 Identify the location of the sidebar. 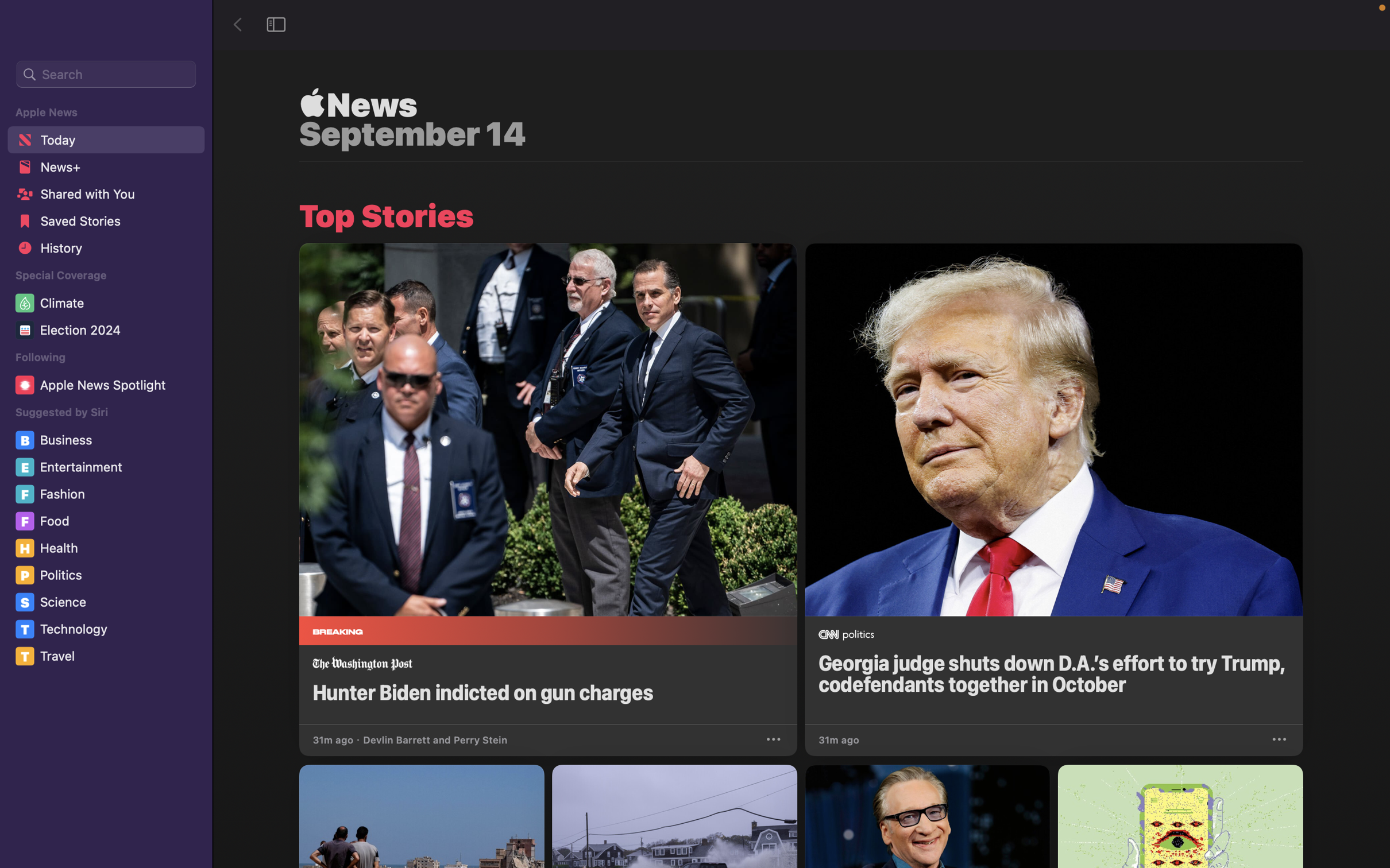
(277, 24).